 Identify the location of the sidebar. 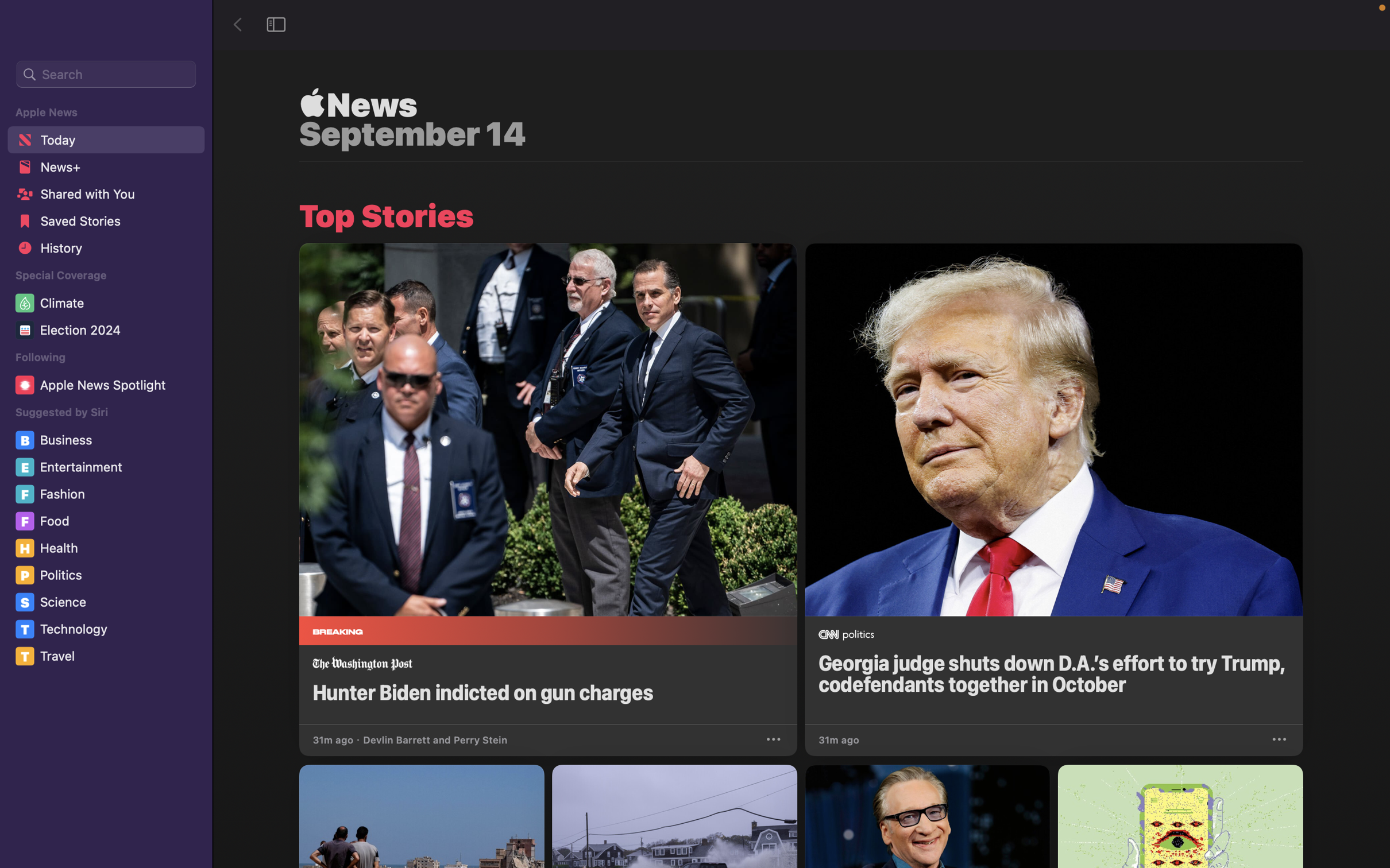
(277, 24).